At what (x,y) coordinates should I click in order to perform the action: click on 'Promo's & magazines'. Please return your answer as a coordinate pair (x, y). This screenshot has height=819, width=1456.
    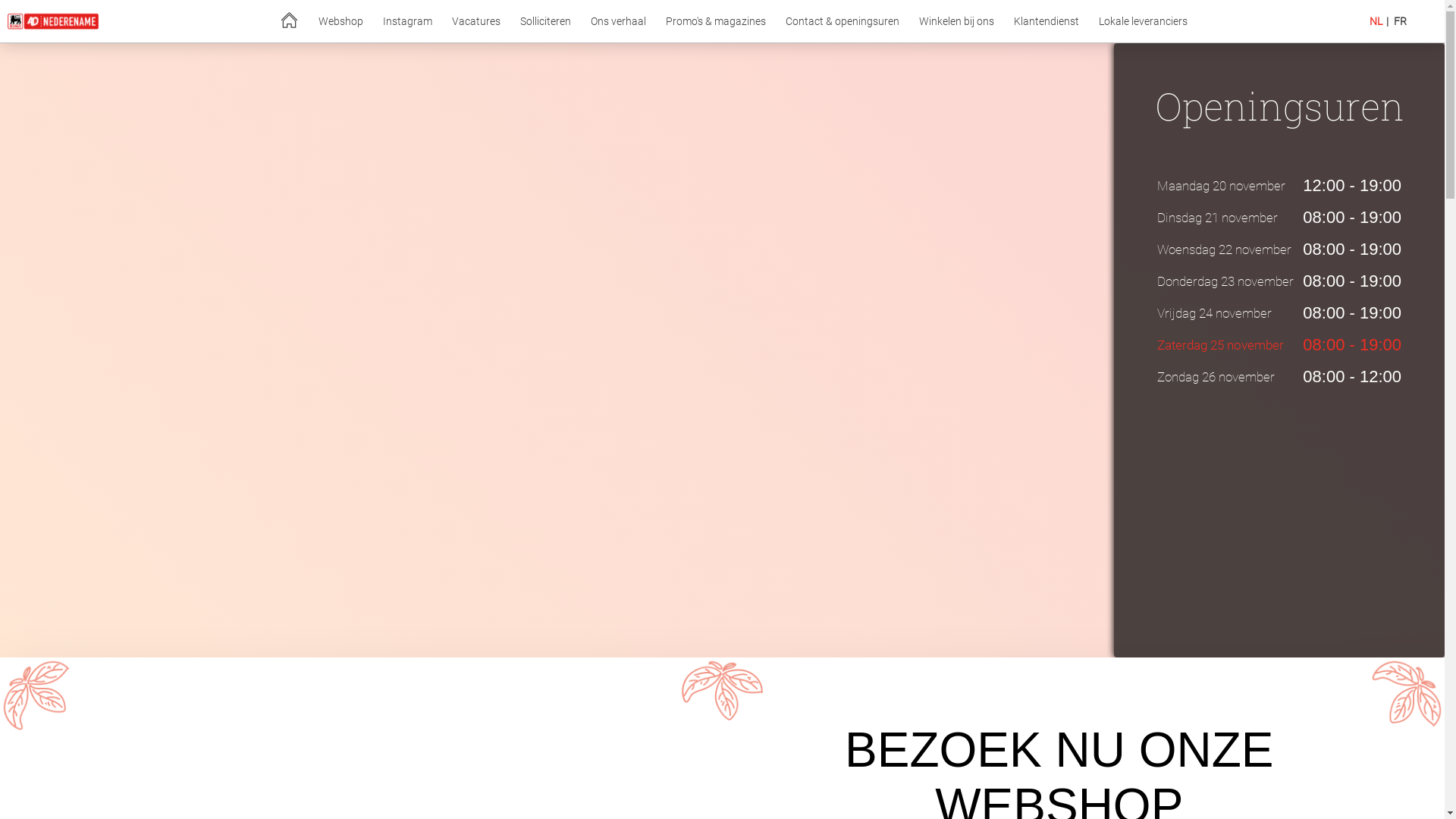
    Looking at the image, I should click on (715, 20).